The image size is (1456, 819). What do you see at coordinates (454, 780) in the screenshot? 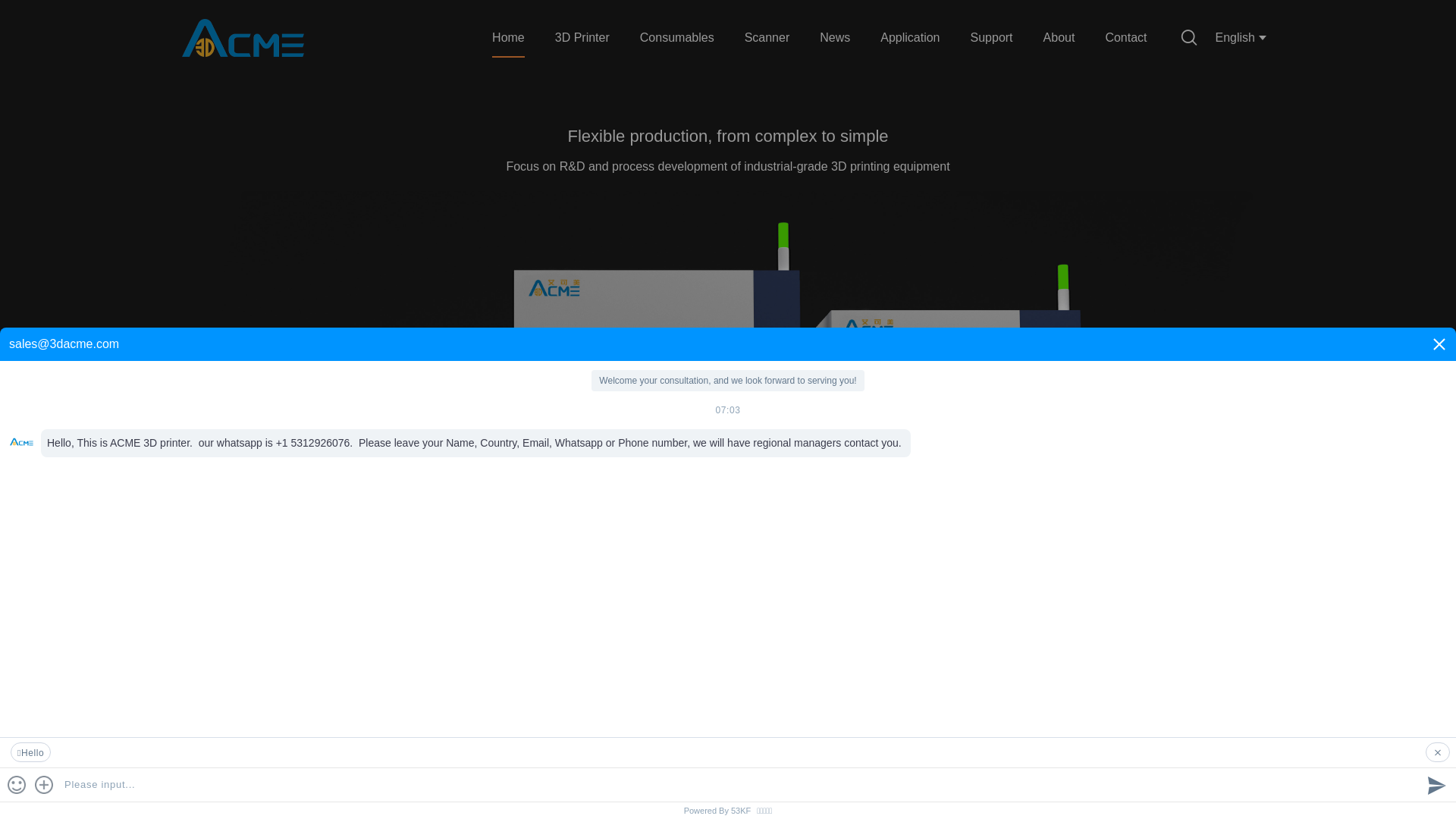
I see `'Education'` at bounding box center [454, 780].